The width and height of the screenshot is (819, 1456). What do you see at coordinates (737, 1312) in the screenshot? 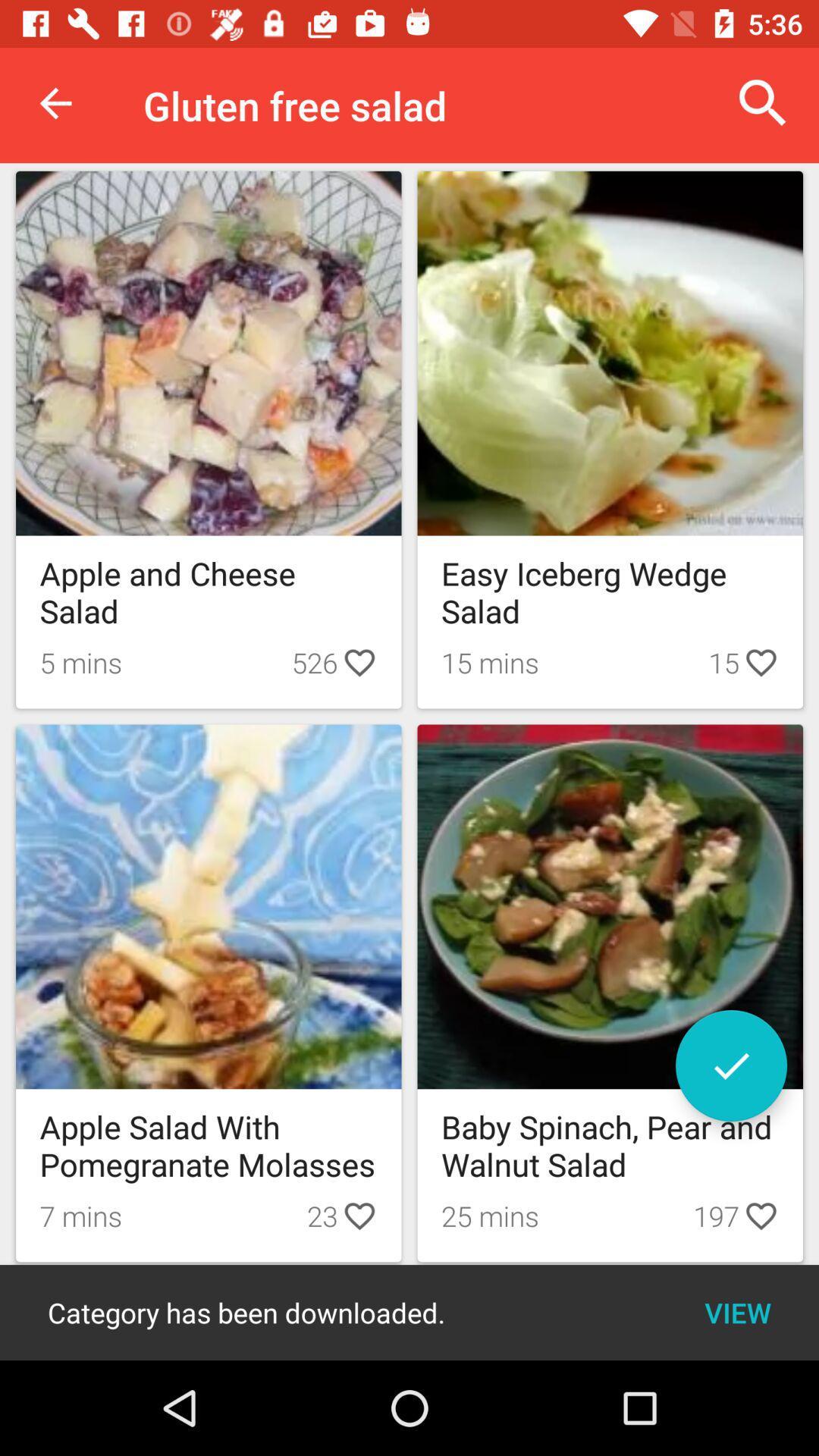
I see `the item below 197 item` at bounding box center [737, 1312].